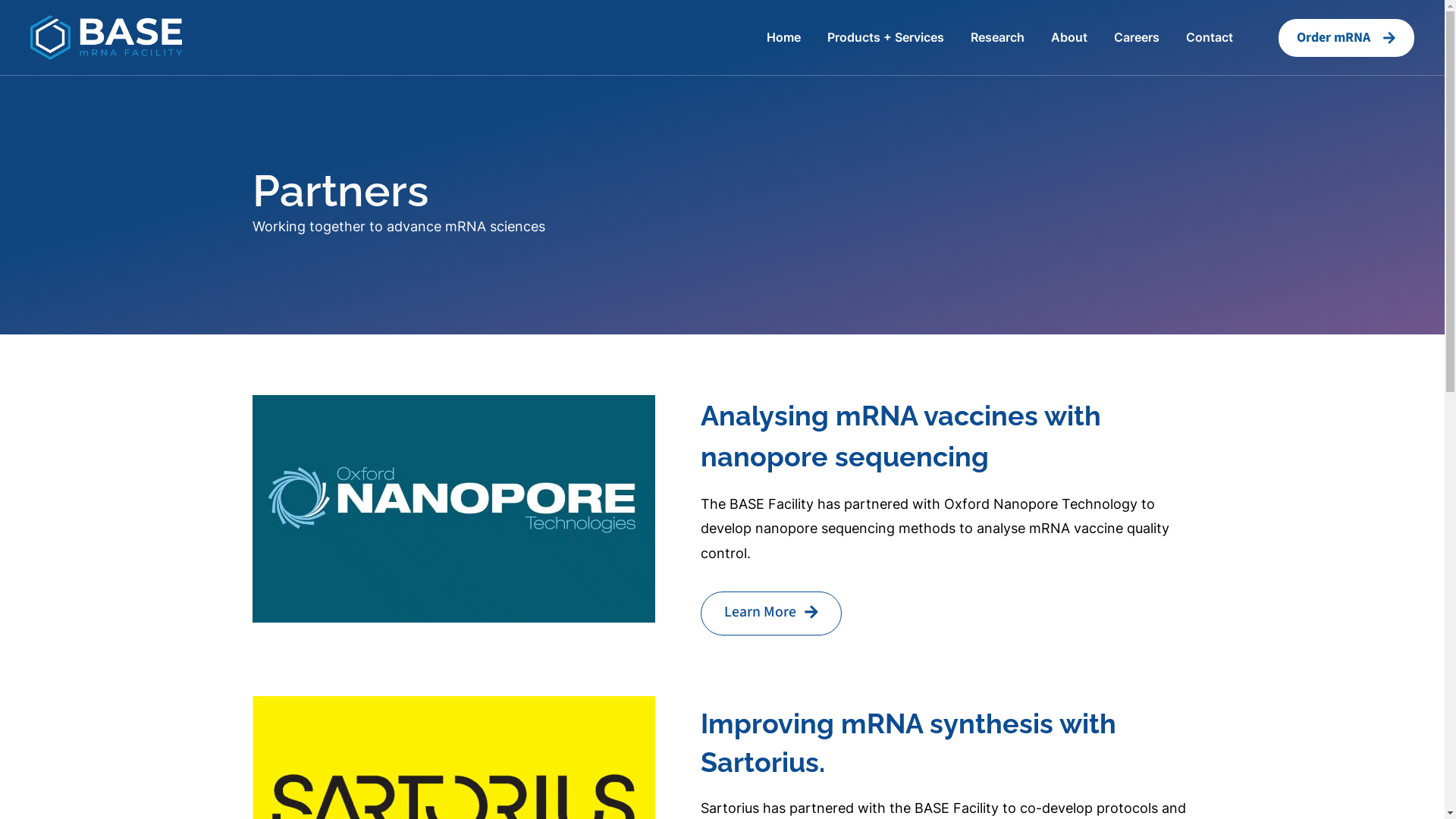 This screenshot has width=1456, height=819. I want to click on 'Research', so click(997, 36).